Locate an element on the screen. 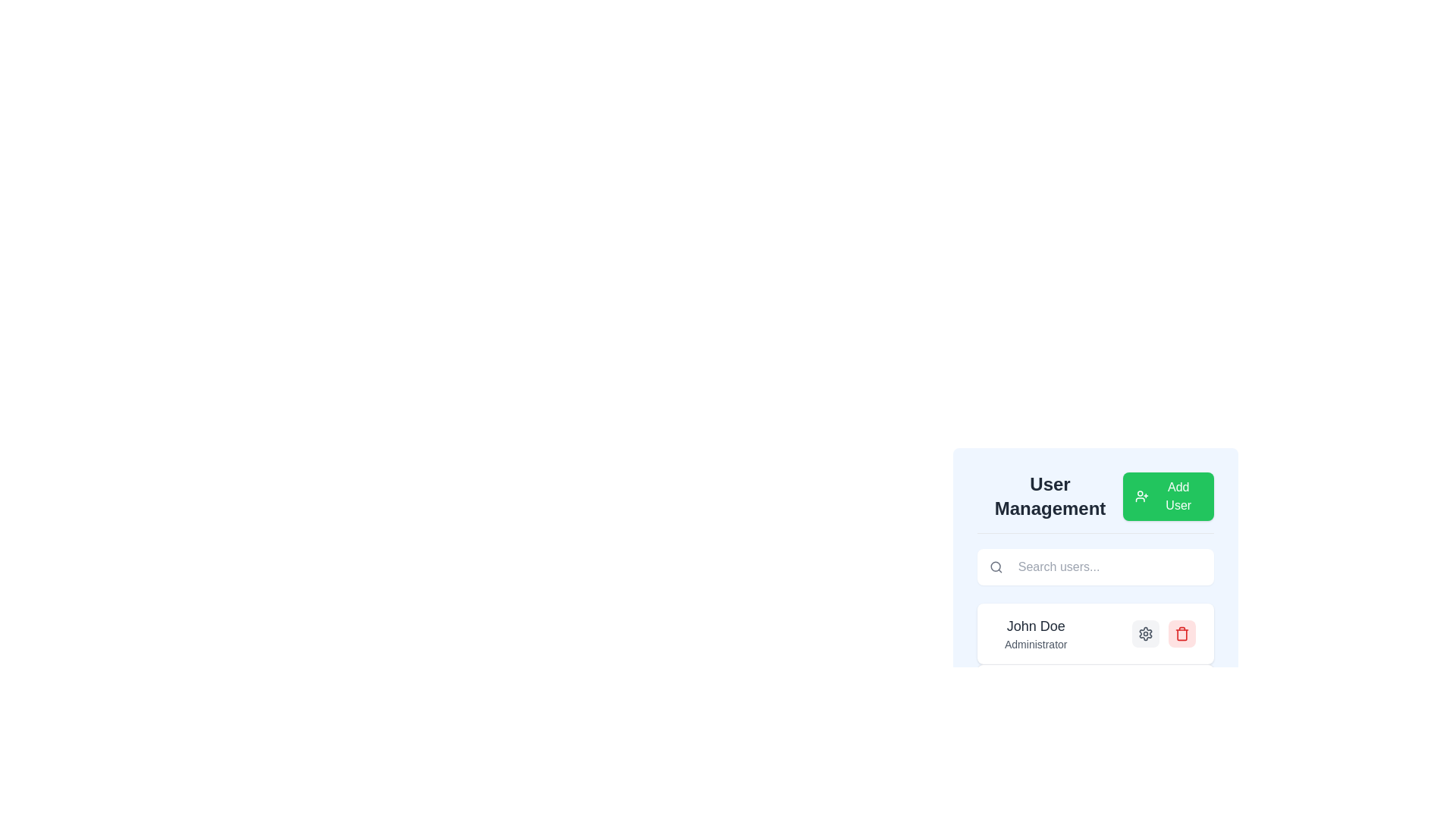  text label 'Administrator' located below 'John Doe' in the user card component of the User Management interface is located at coordinates (1035, 644).